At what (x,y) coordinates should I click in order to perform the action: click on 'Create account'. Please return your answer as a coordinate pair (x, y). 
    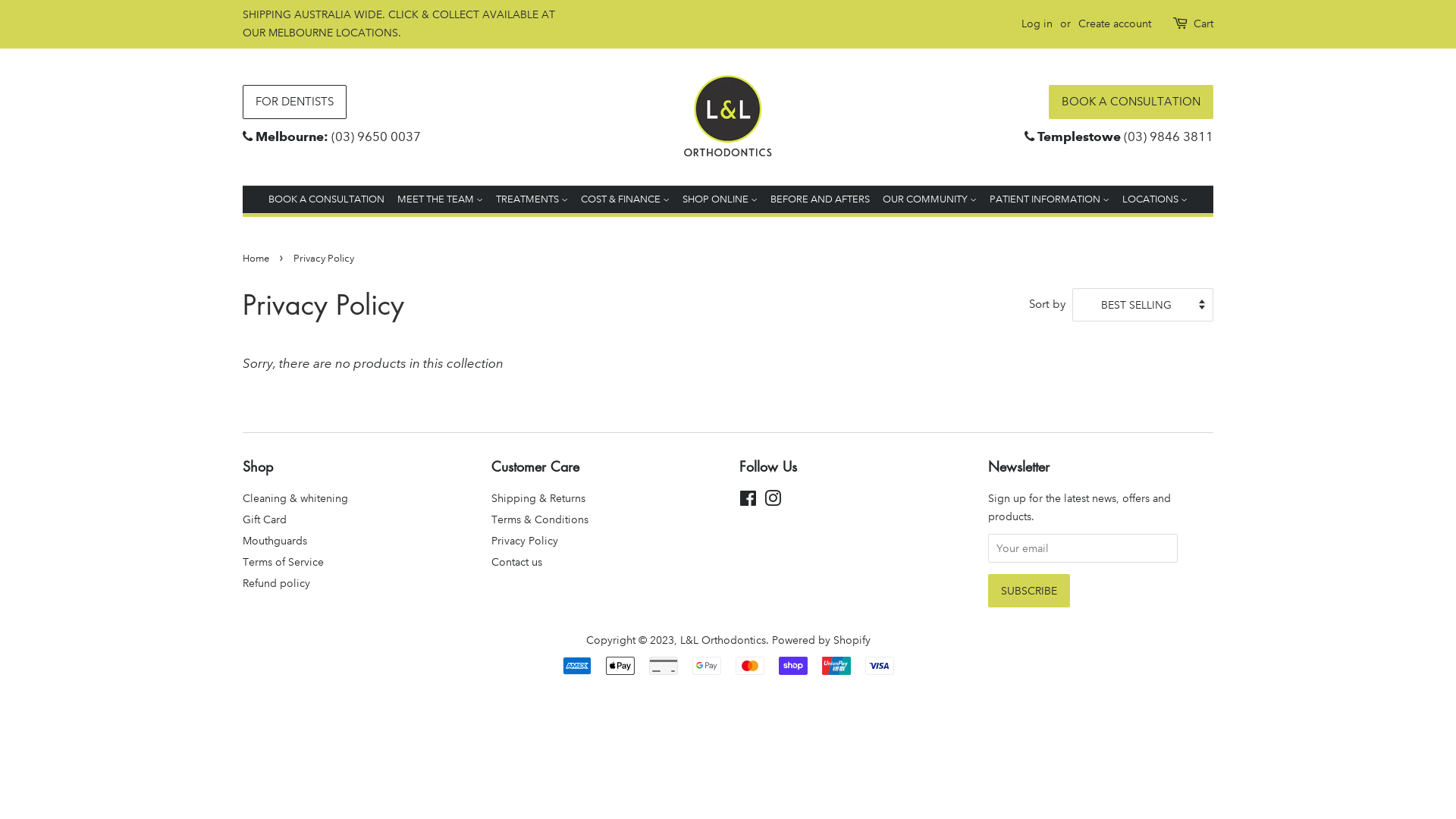
    Looking at the image, I should click on (1114, 23).